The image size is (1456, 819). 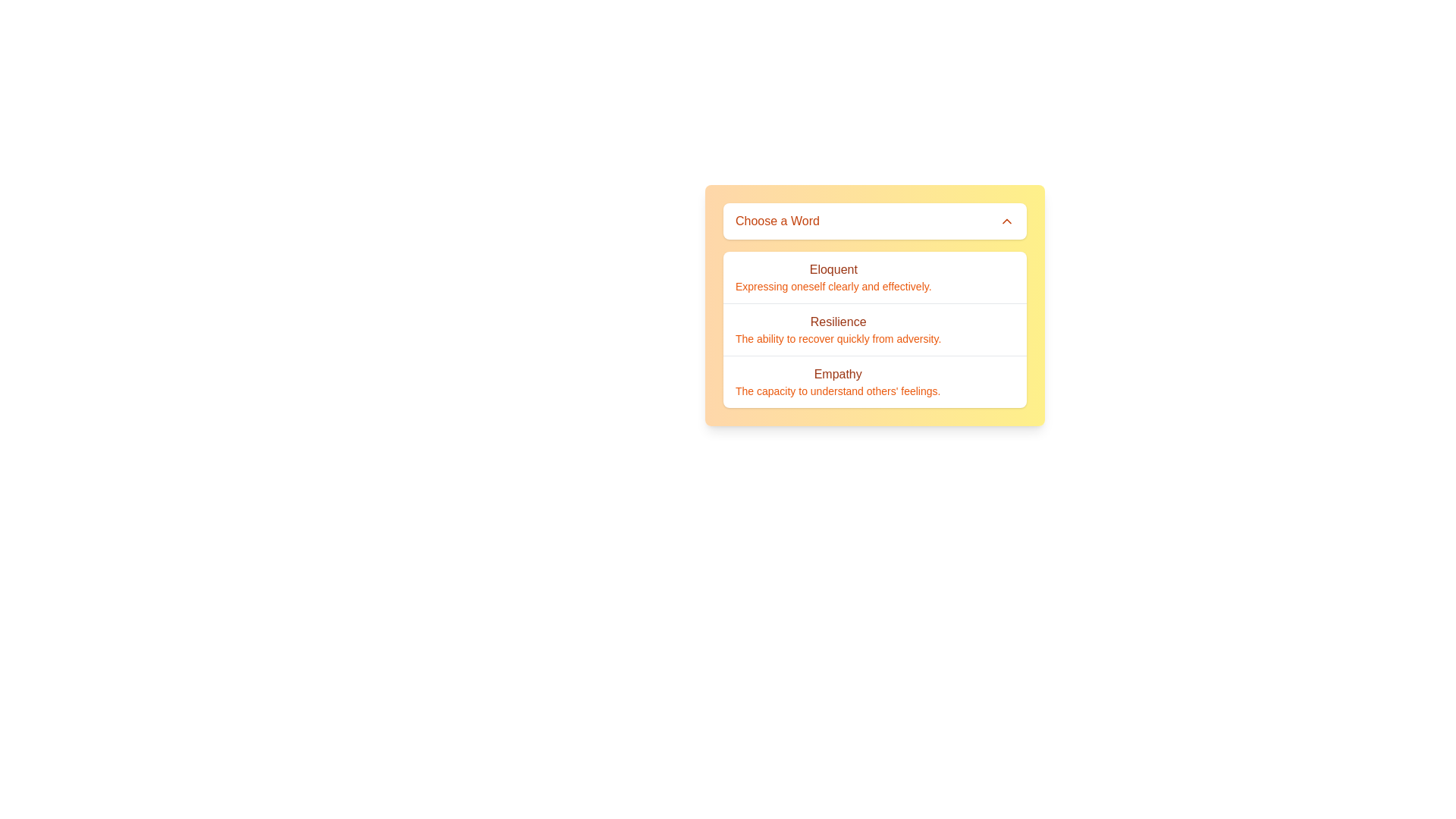 I want to click on on the 'Empathy' dropdown item, which is the last option in the list under 'Choose a Word', so click(x=837, y=381).